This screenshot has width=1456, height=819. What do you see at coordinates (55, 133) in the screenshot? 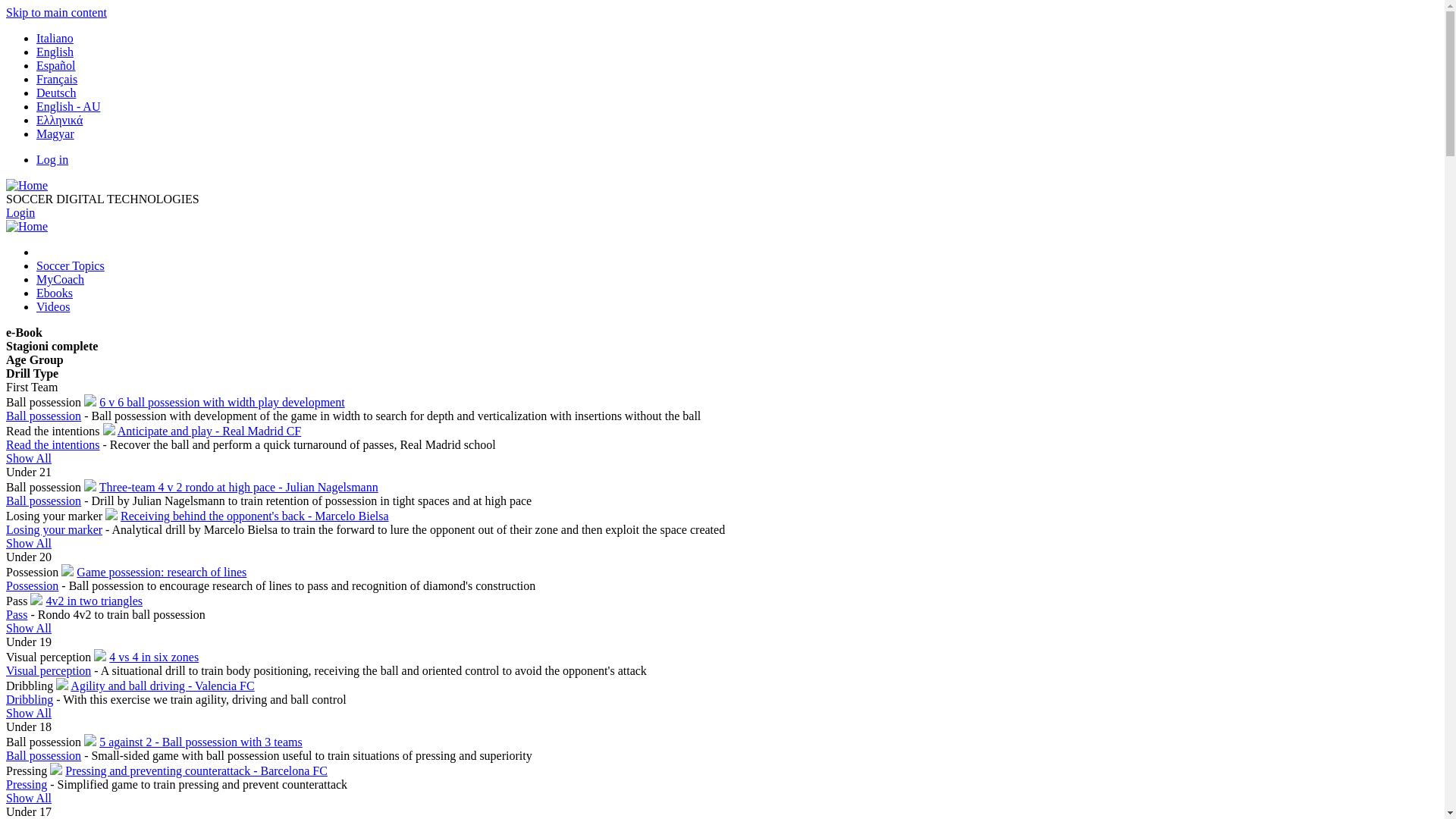
I see `'Magyar'` at bounding box center [55, 133].